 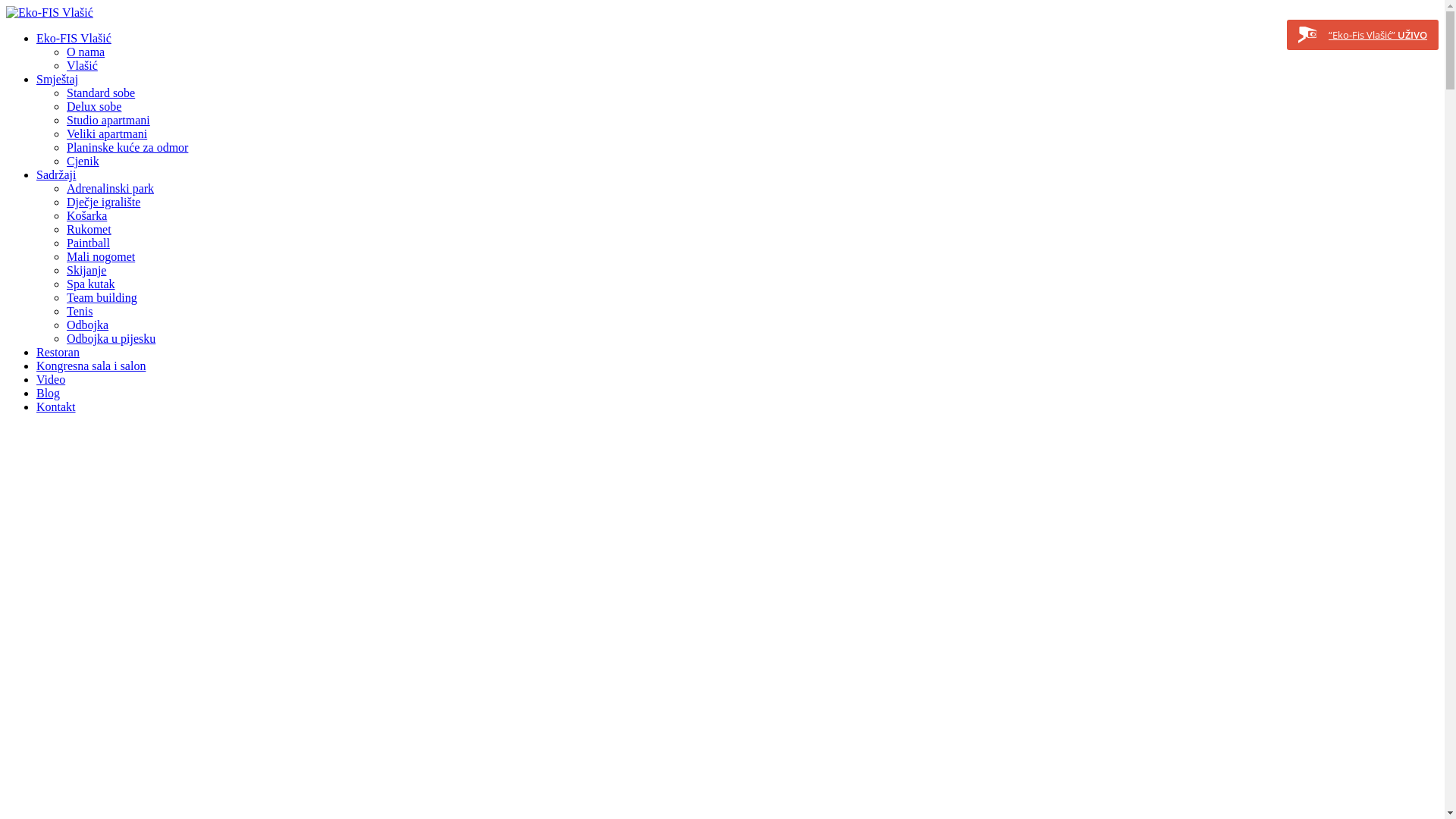 What do you see at coordinates (85, 51) in the screenshot?
I see `'O nama'` at bounding box center [85, 51].